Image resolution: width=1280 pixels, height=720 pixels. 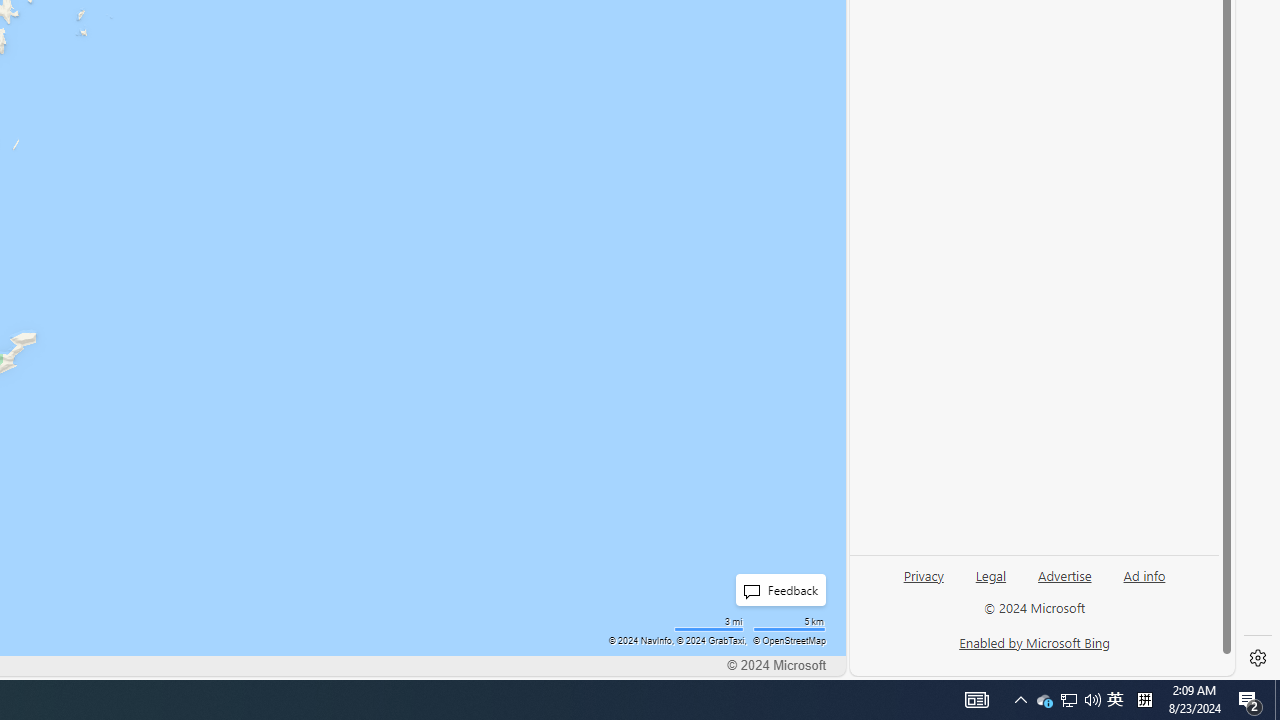 What do you see at coordinates (991, 574) in the screenshot?
I see `'Legal'` at bounding box center [991, 574].